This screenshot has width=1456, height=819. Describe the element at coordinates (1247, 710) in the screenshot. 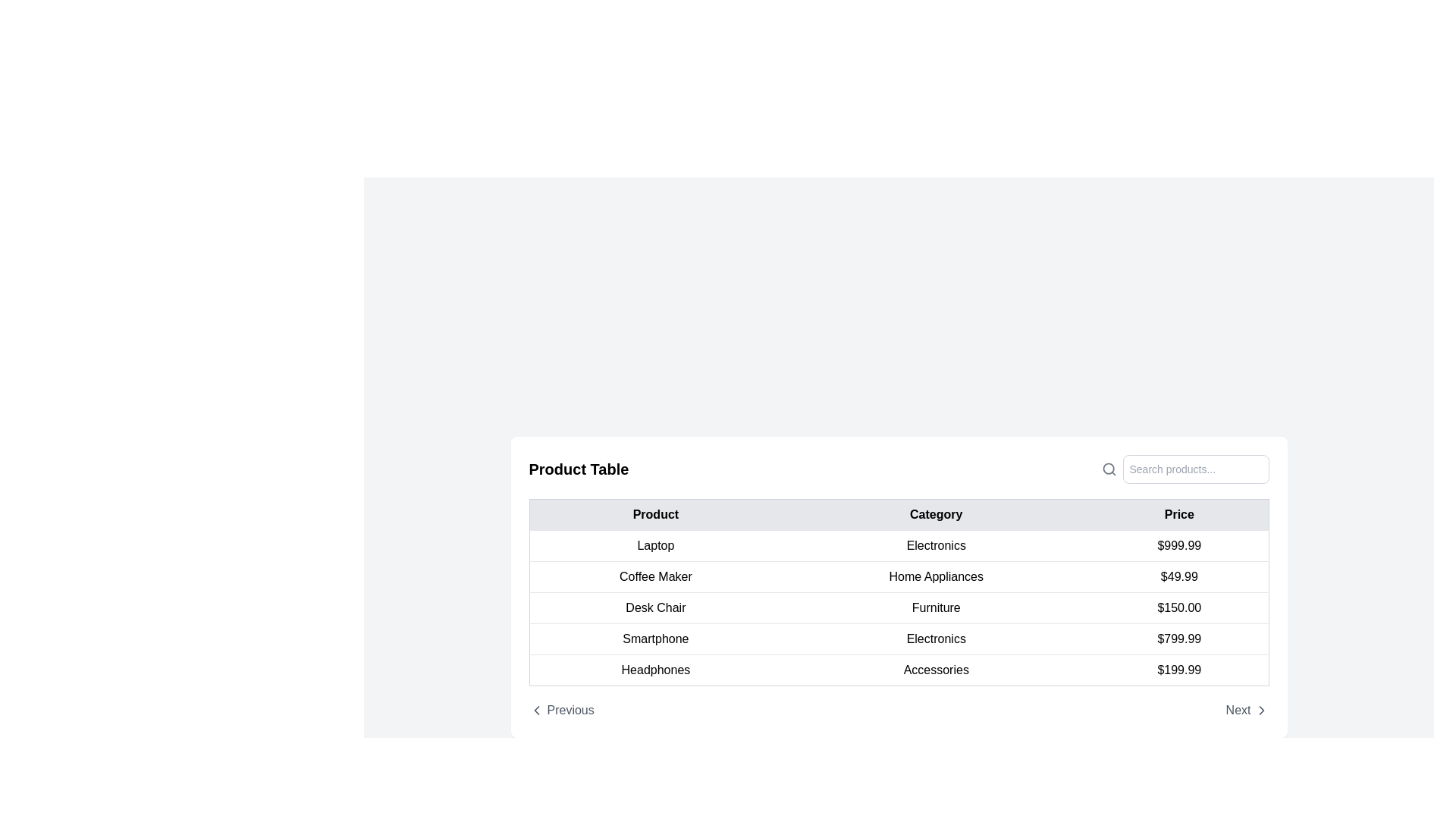

I see `the 'Next' button which features the text 'Next' and a right-facing chevron icon to change its color from gray to black` at that location.